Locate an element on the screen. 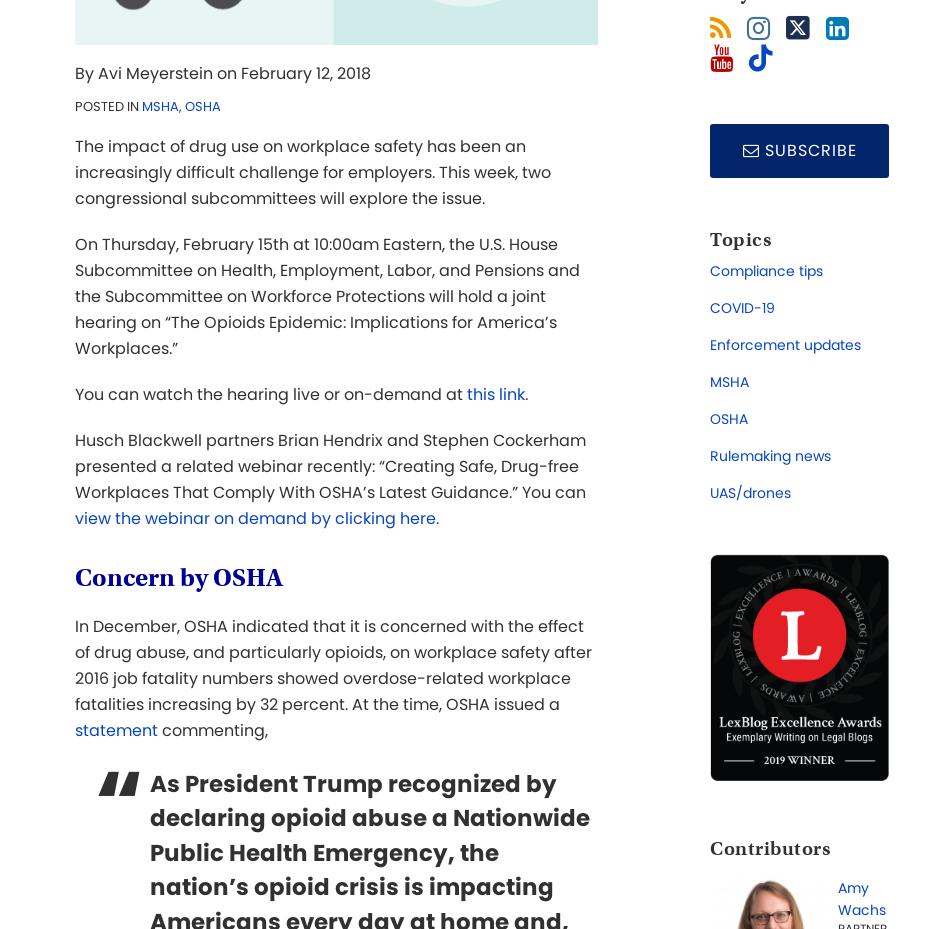  'By' is located at coordinates (85, 72).